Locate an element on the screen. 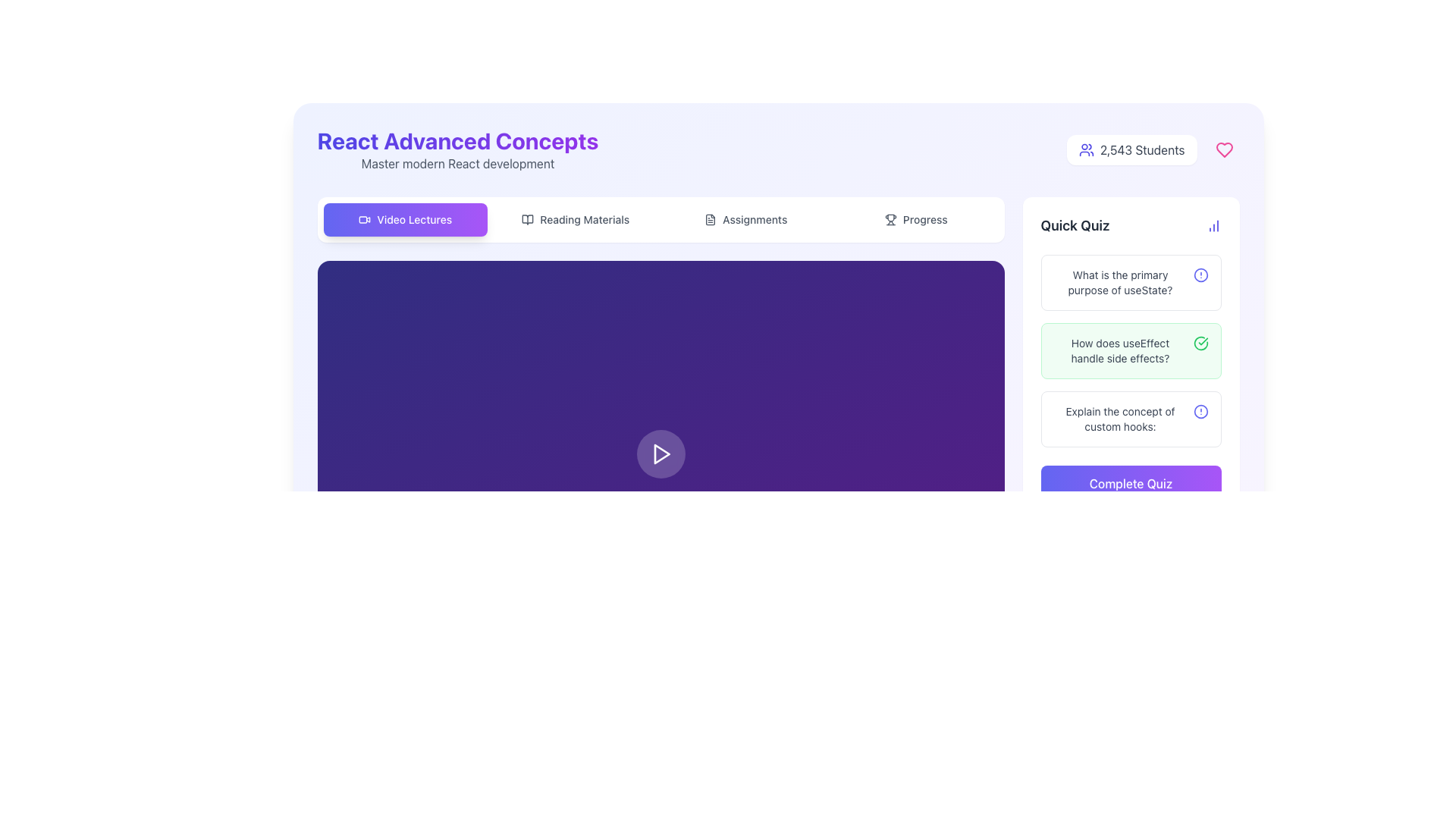 The height and width of the screenshot is (819, 1456). the heart-shaped icon with a pink stroke to interact, located near the user count label indicating '2,543 Students' is located at coordinates (1224, 149).